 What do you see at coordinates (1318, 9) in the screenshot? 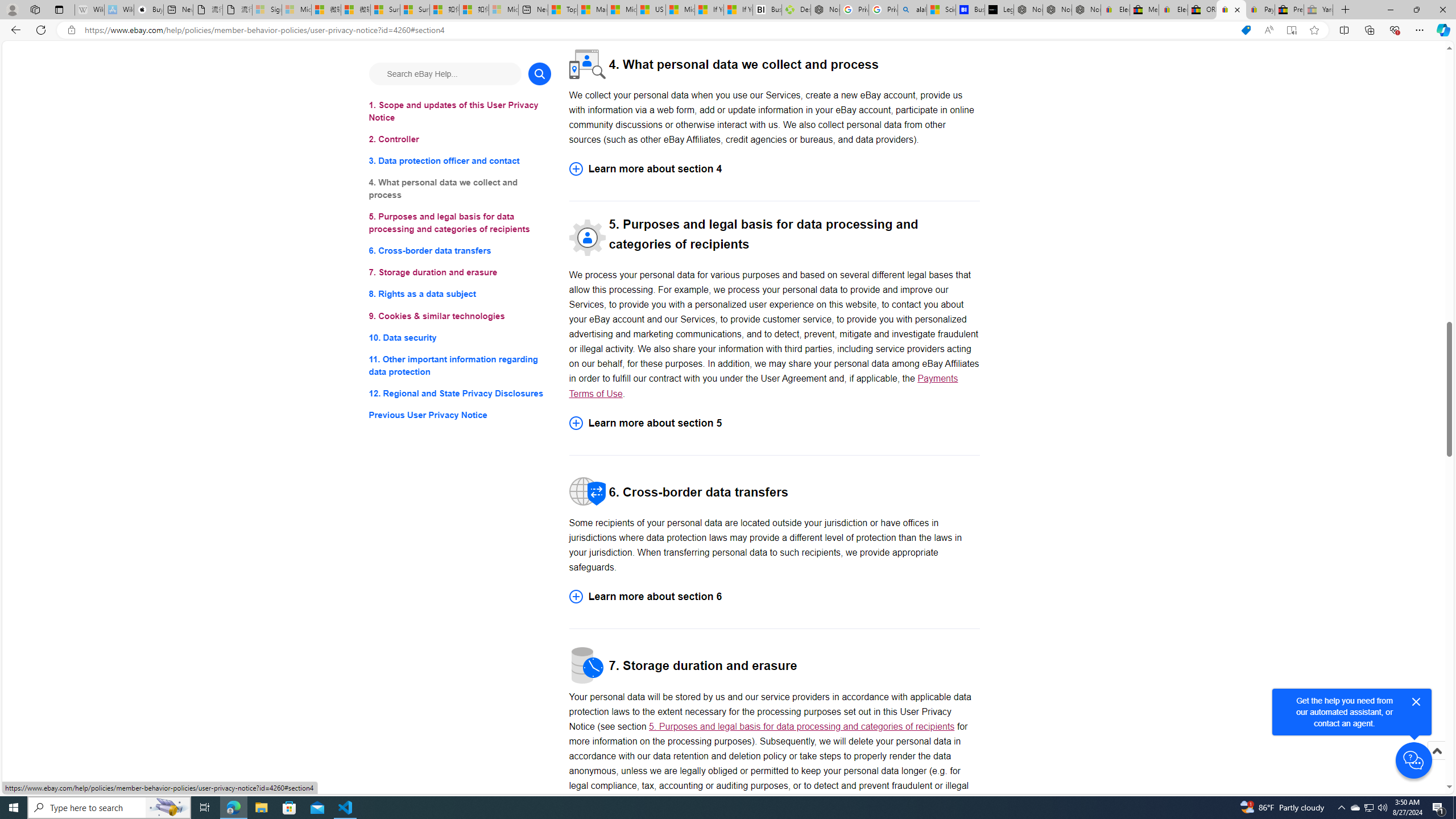
I see `'Yard, Garden & Outdoor Living - Sleeping'` at bounding box center [1318, 9].